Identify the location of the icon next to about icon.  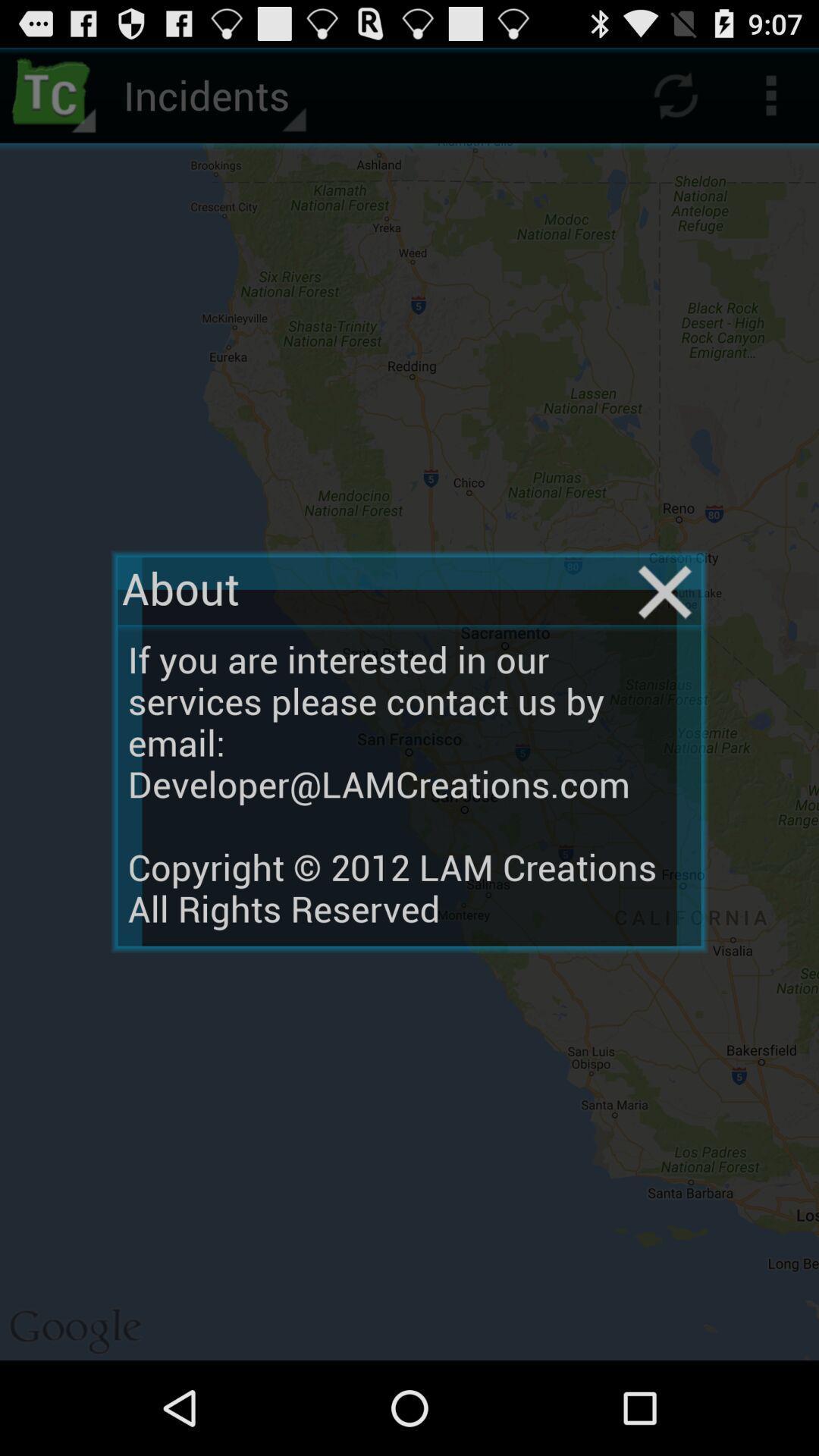
(664, 591).